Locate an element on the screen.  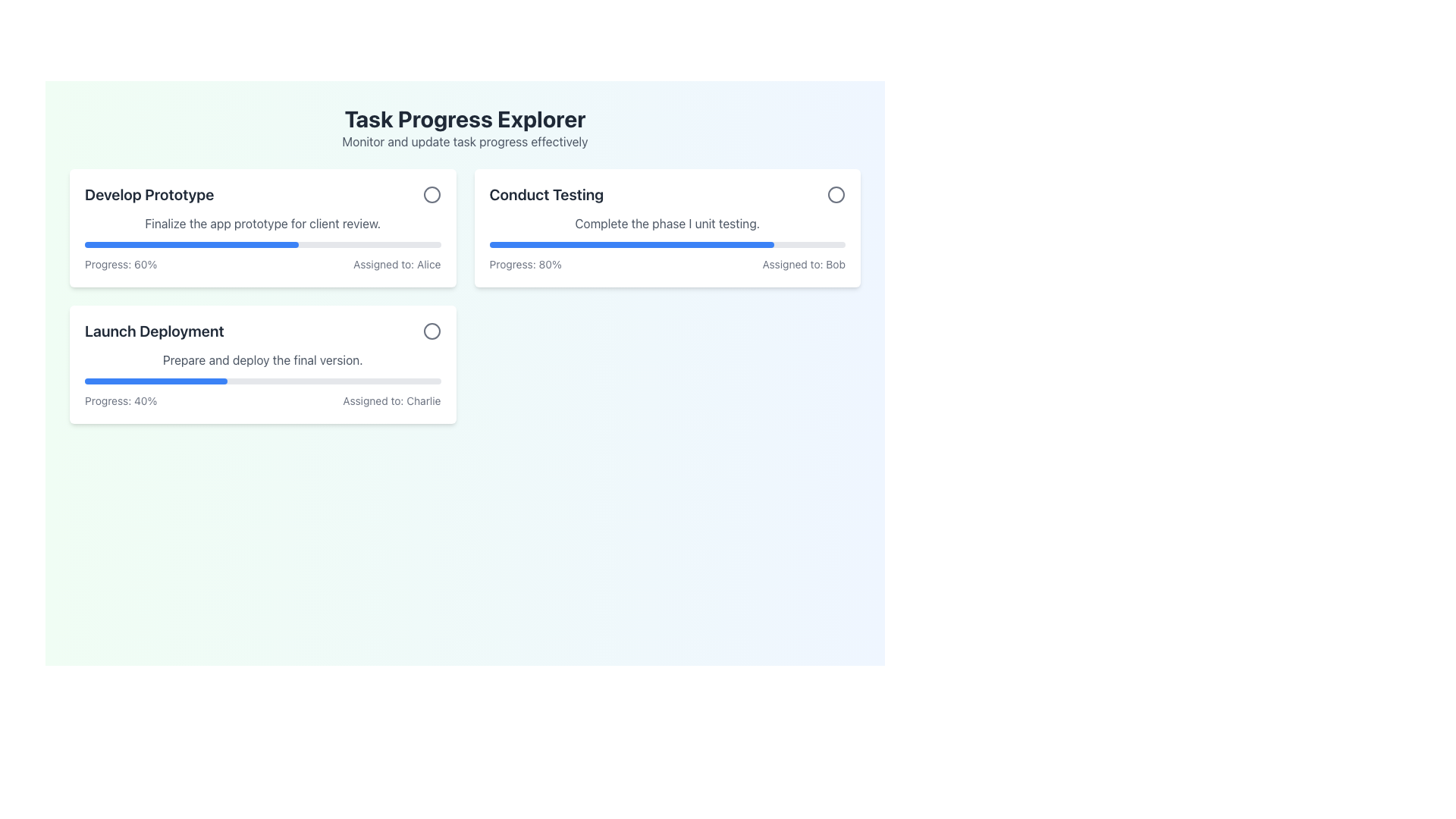
task details associated with the text label displaying 'Assigned to: Alice' located at the bottom-right corner of the 'Develop Prototype' task card is located at coordinates (397, 263).